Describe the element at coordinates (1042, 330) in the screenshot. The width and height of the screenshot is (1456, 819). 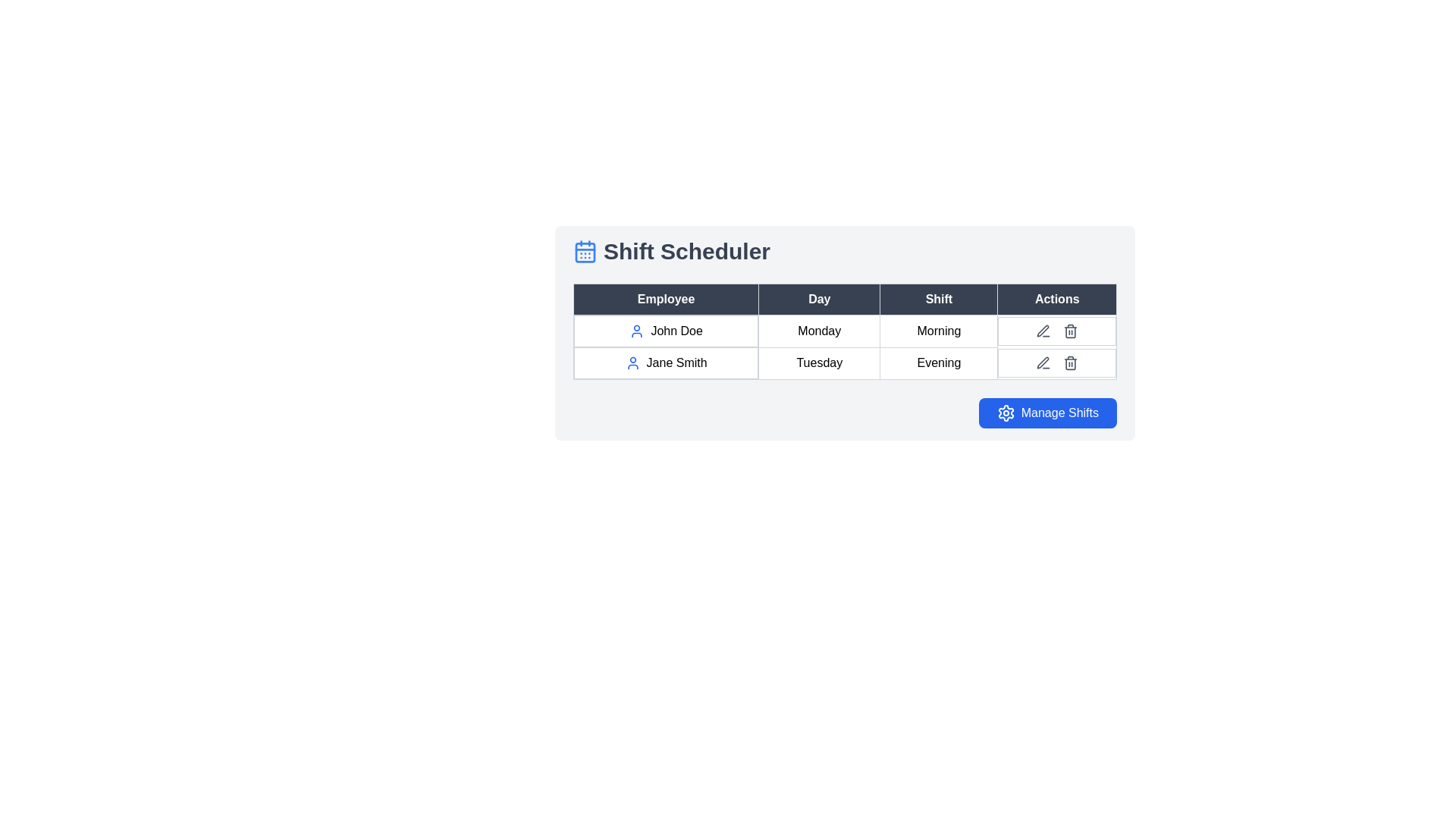
I see `the edit icon located in the 'Actions' column of the second row of the table` at that location.